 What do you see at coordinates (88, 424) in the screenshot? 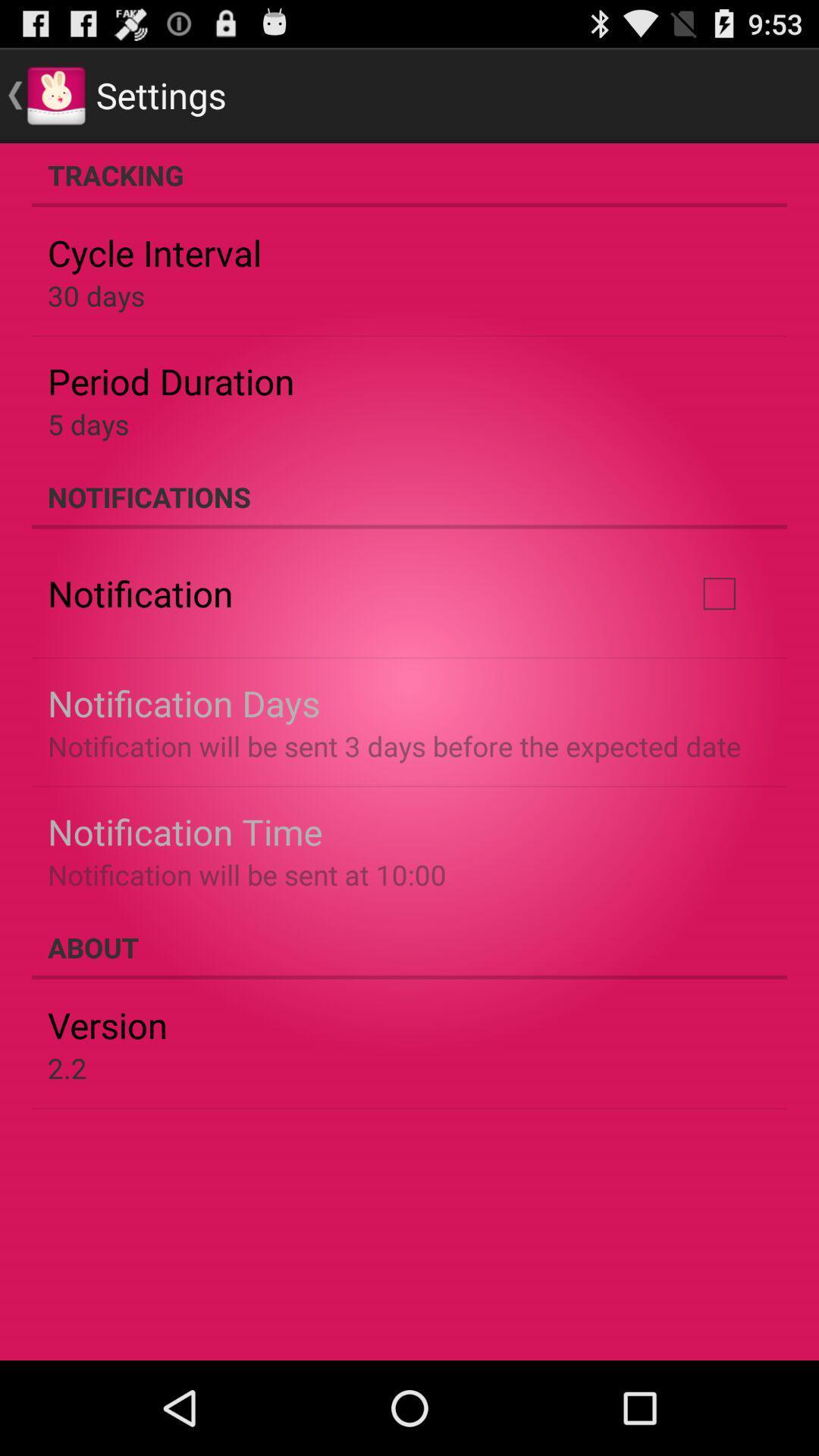
I see `5 days icon` at bounding box center [88, 424].